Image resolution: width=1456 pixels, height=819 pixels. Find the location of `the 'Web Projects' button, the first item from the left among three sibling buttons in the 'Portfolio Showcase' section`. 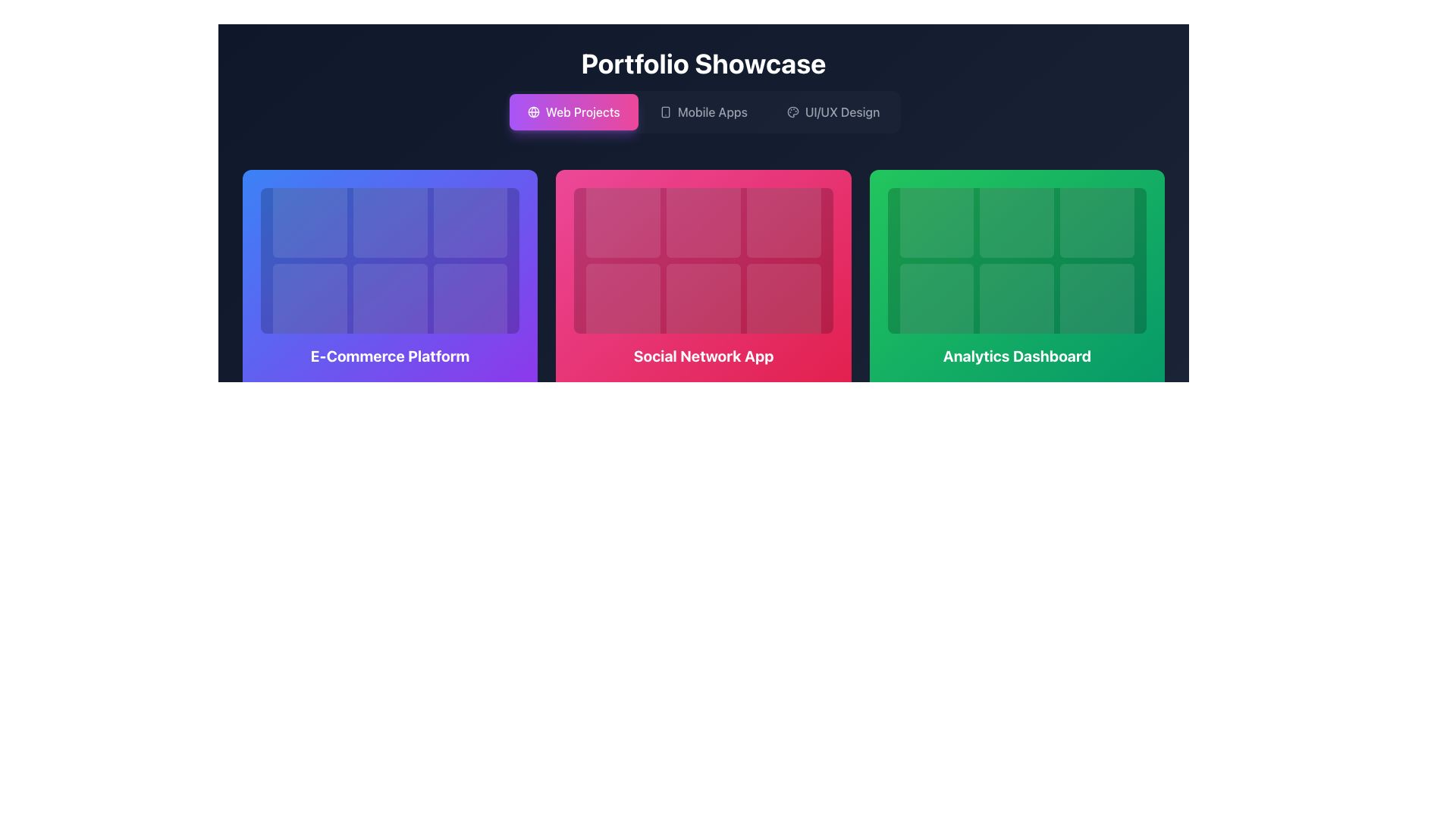

the 'Web Projects' button, the first item from the left among three sibling buttons in the 'Portfolio Showcase' section is located at coordinates (573, 111).